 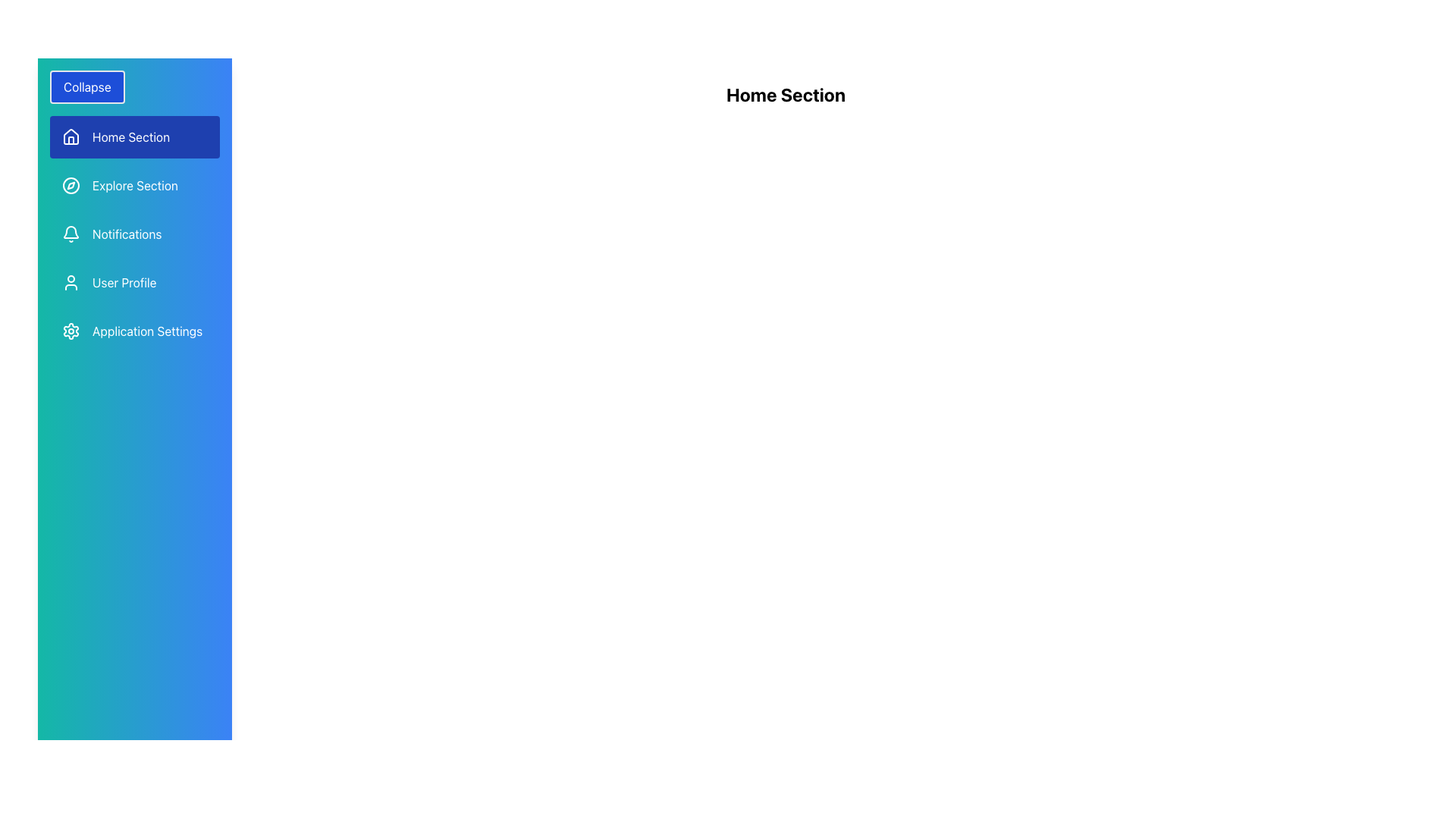 I want to click on the third entry in the vertical navigation menu, which contains an icon and text, so click(x=134, y=234).